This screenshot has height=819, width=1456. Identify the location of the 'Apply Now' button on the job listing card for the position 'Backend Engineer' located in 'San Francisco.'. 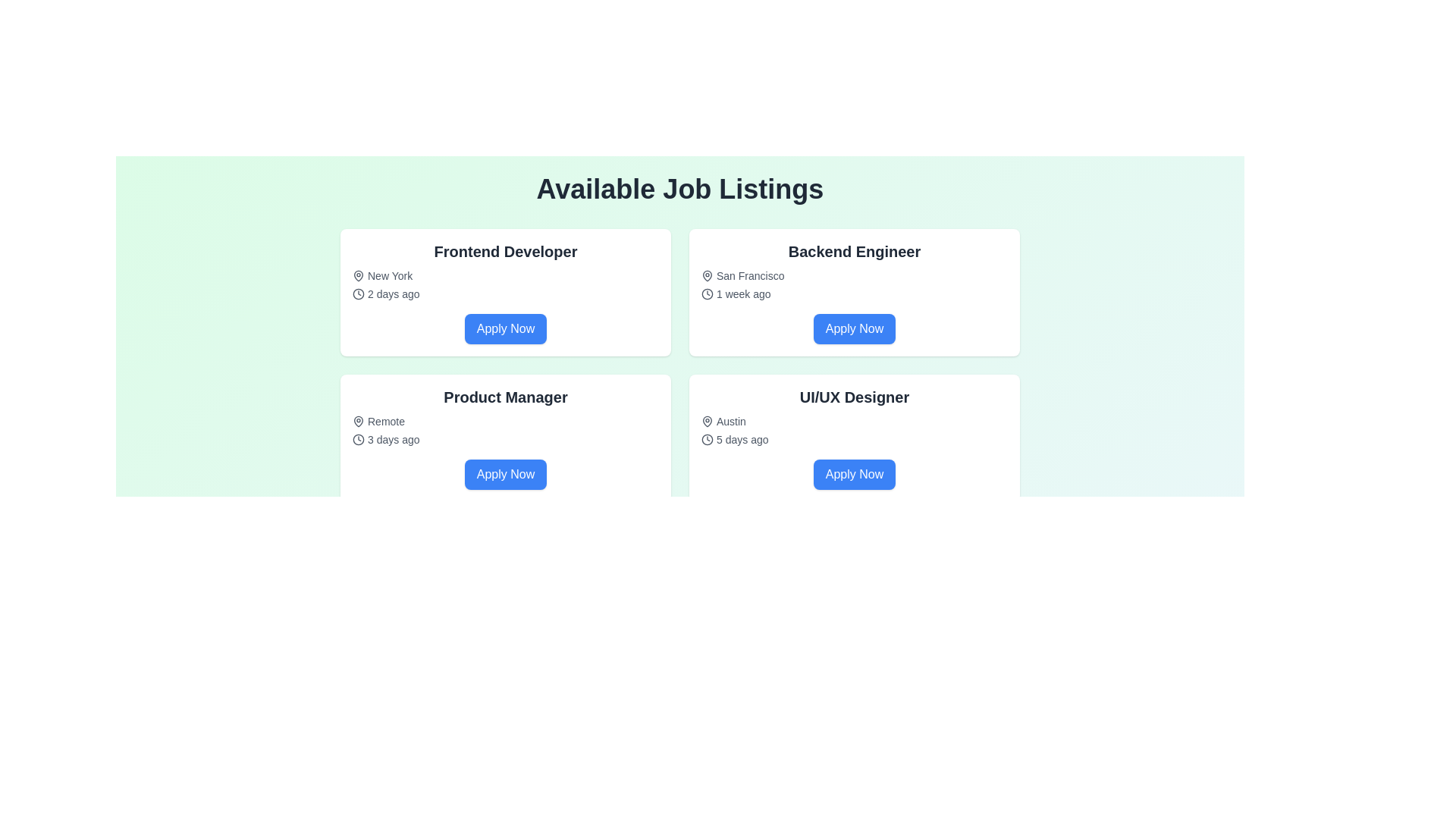
(855, 292).